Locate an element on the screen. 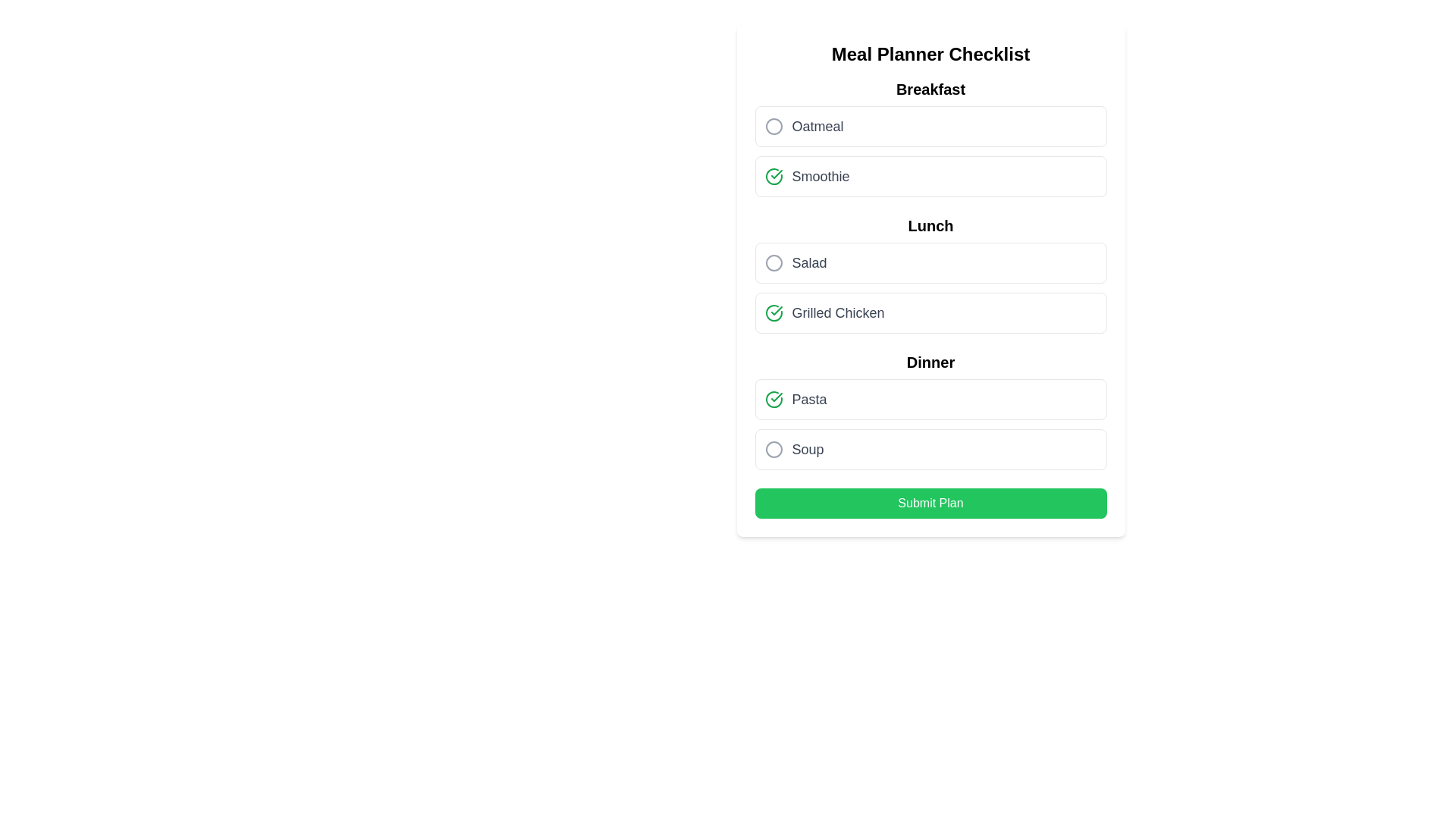 This screenshot has width=1456, height=819. the text label displaying 'Grilled Chicken', which is styled in bold, dark gray font and is positioned between 'Salad' and 'Pasta' in the meal planner interface is located at coordinates (837, 312).